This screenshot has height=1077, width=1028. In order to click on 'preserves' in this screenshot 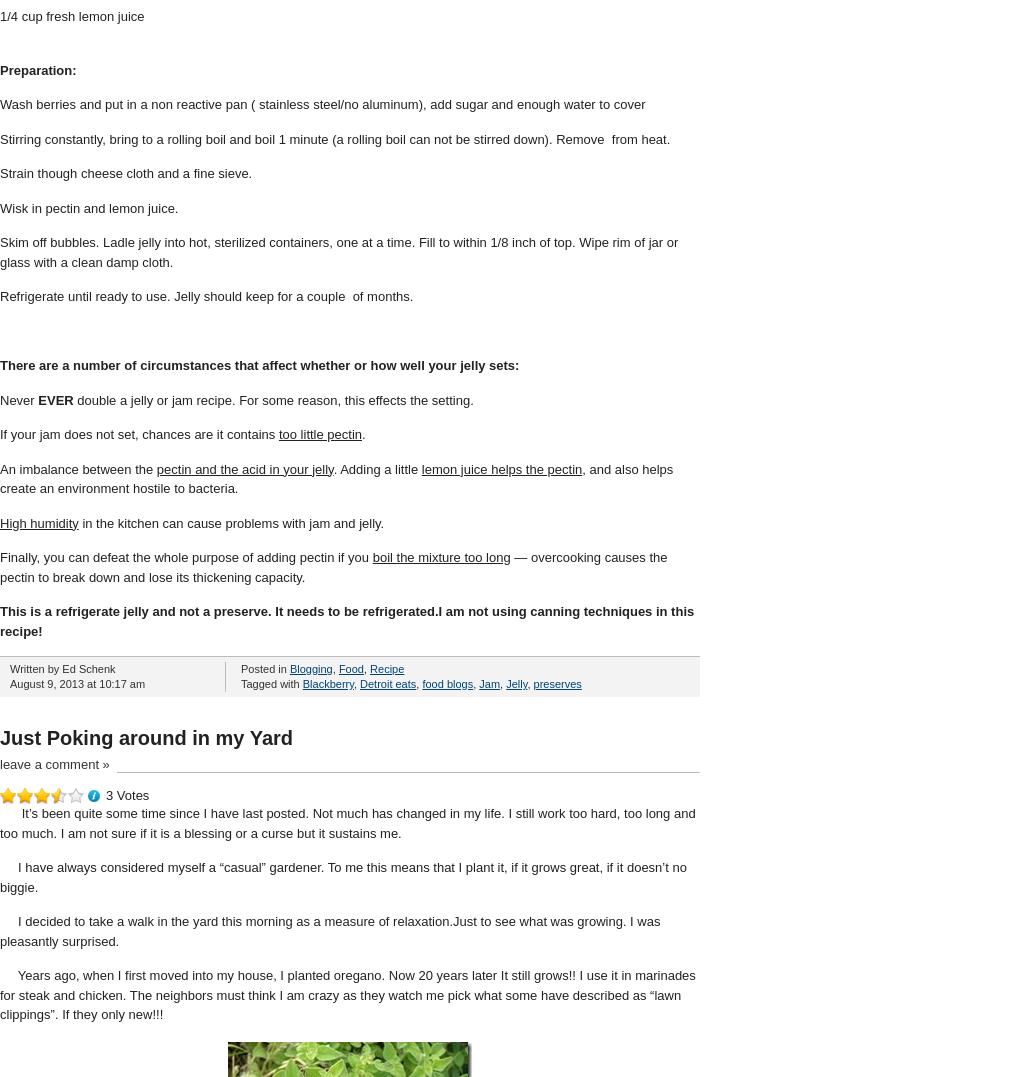, I will do `click(556, 683)`.